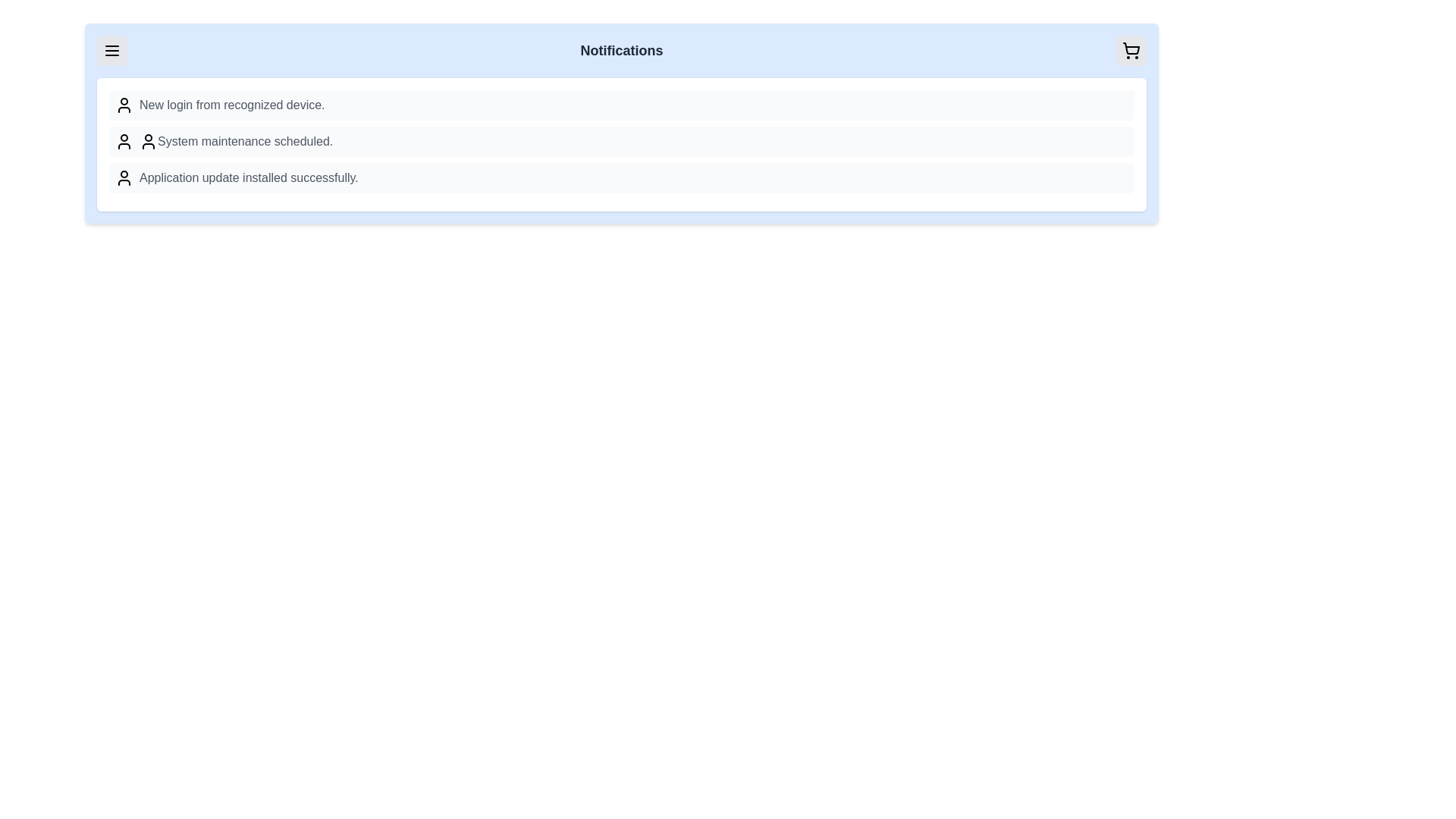  I want to click on the user-related notification icon located to the left of the text 'System maintenance scheduled' in the notification block, so click(124, 141).